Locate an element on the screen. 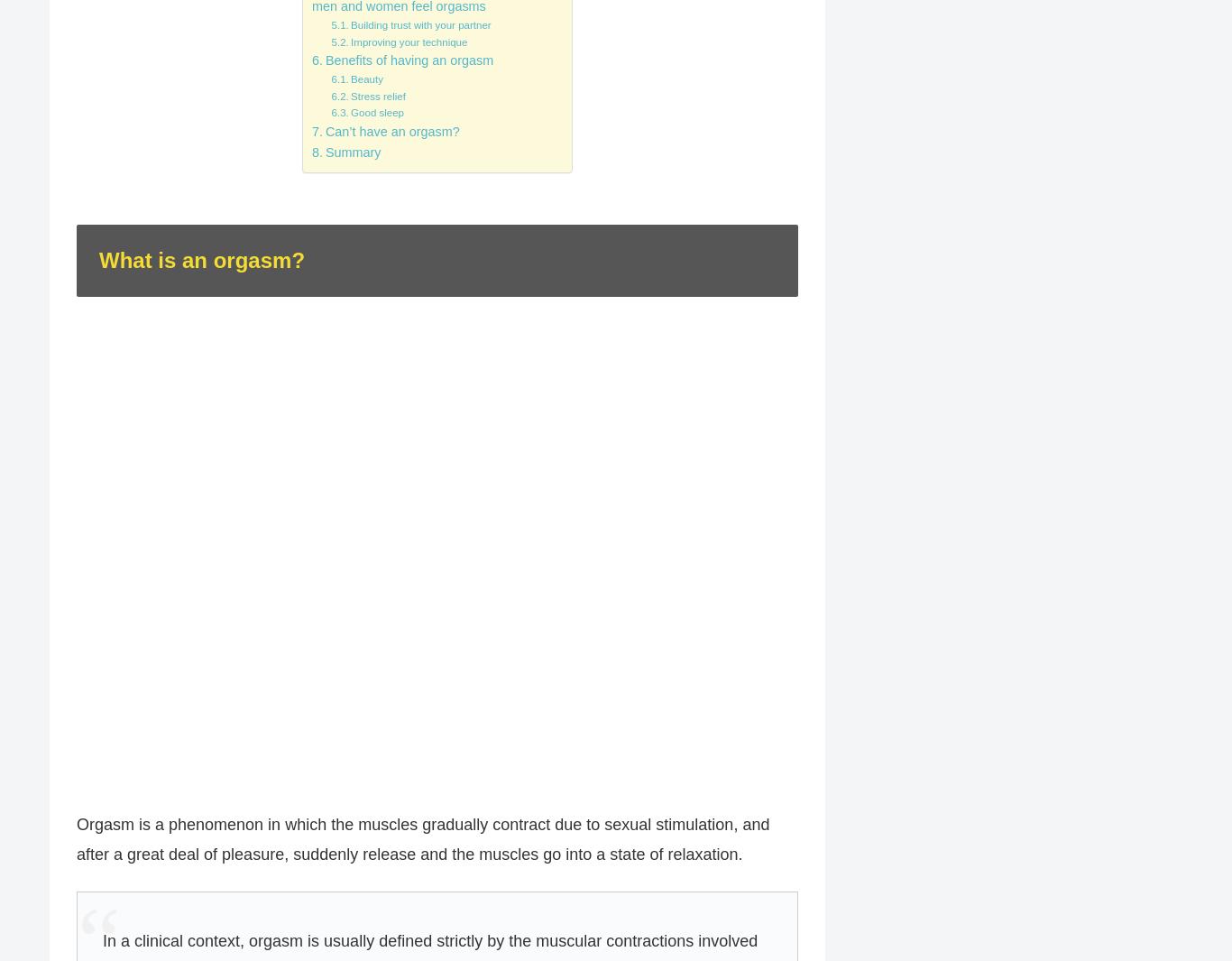 The image size is (1232, 961). 'Building trust with your partner' is located at coordinates (420, 24).